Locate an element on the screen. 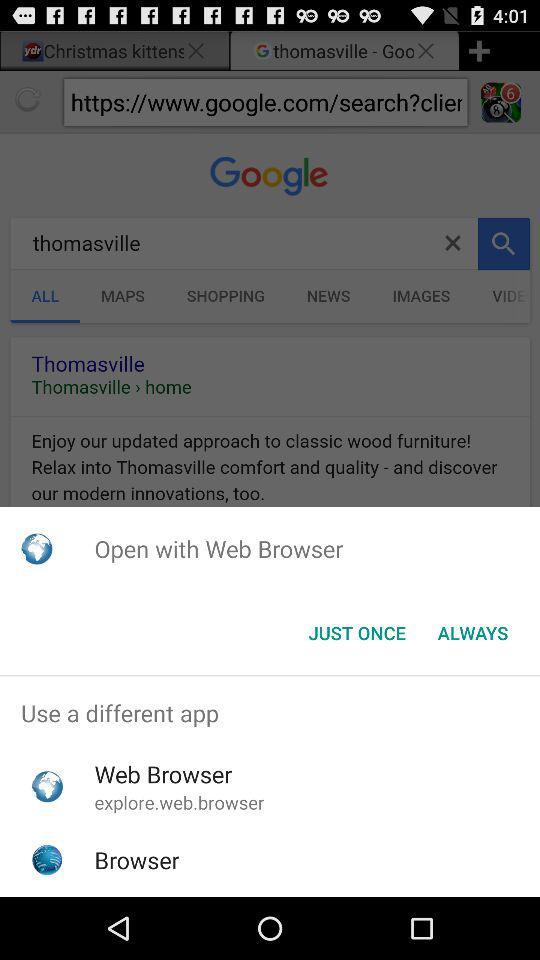 This screenshot has height=960, width=540. the just once is located at coordinates (356, 632).